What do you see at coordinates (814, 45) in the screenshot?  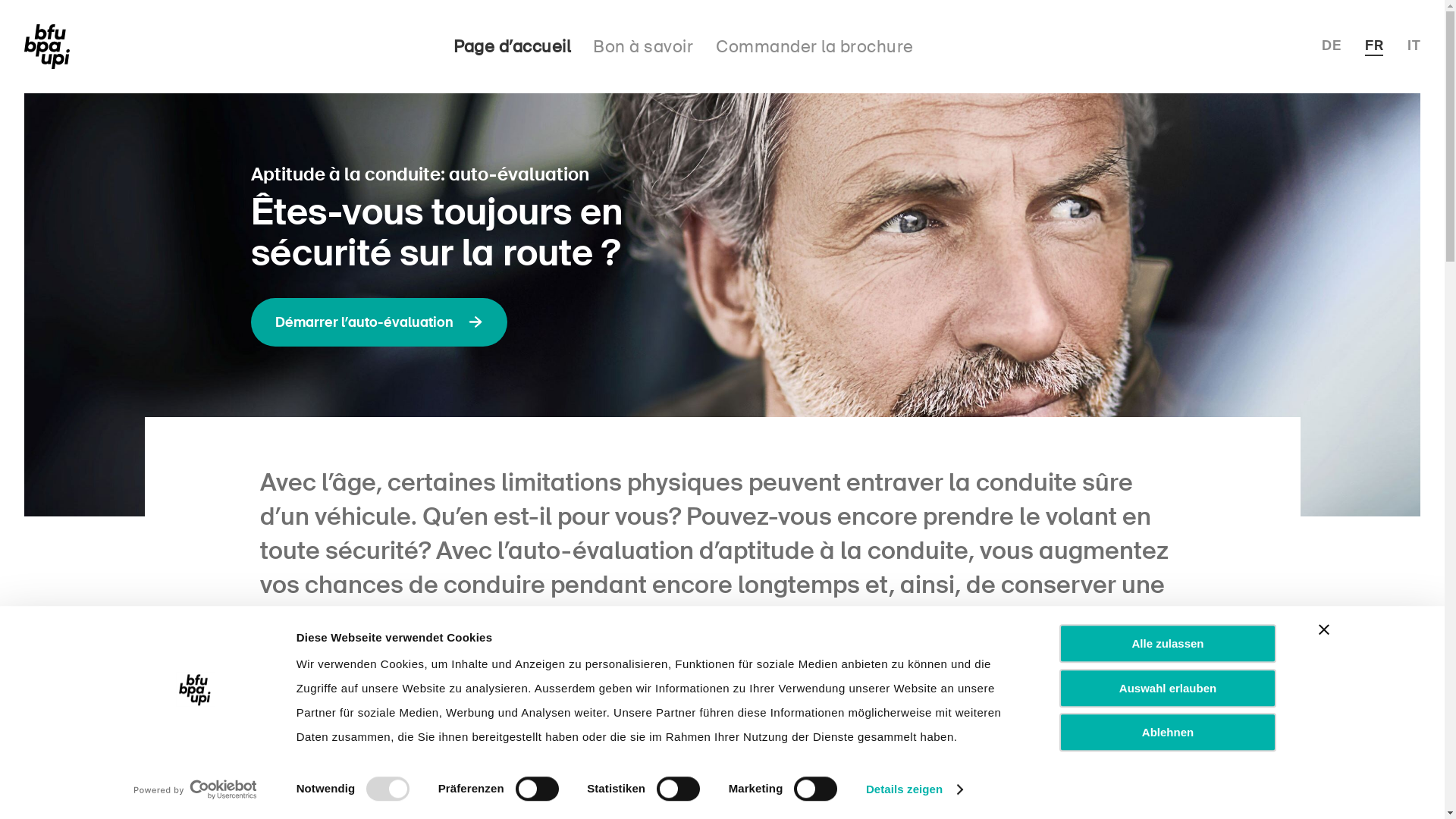 I see `'Commander la brochure'` at bounding box center [814, 45].